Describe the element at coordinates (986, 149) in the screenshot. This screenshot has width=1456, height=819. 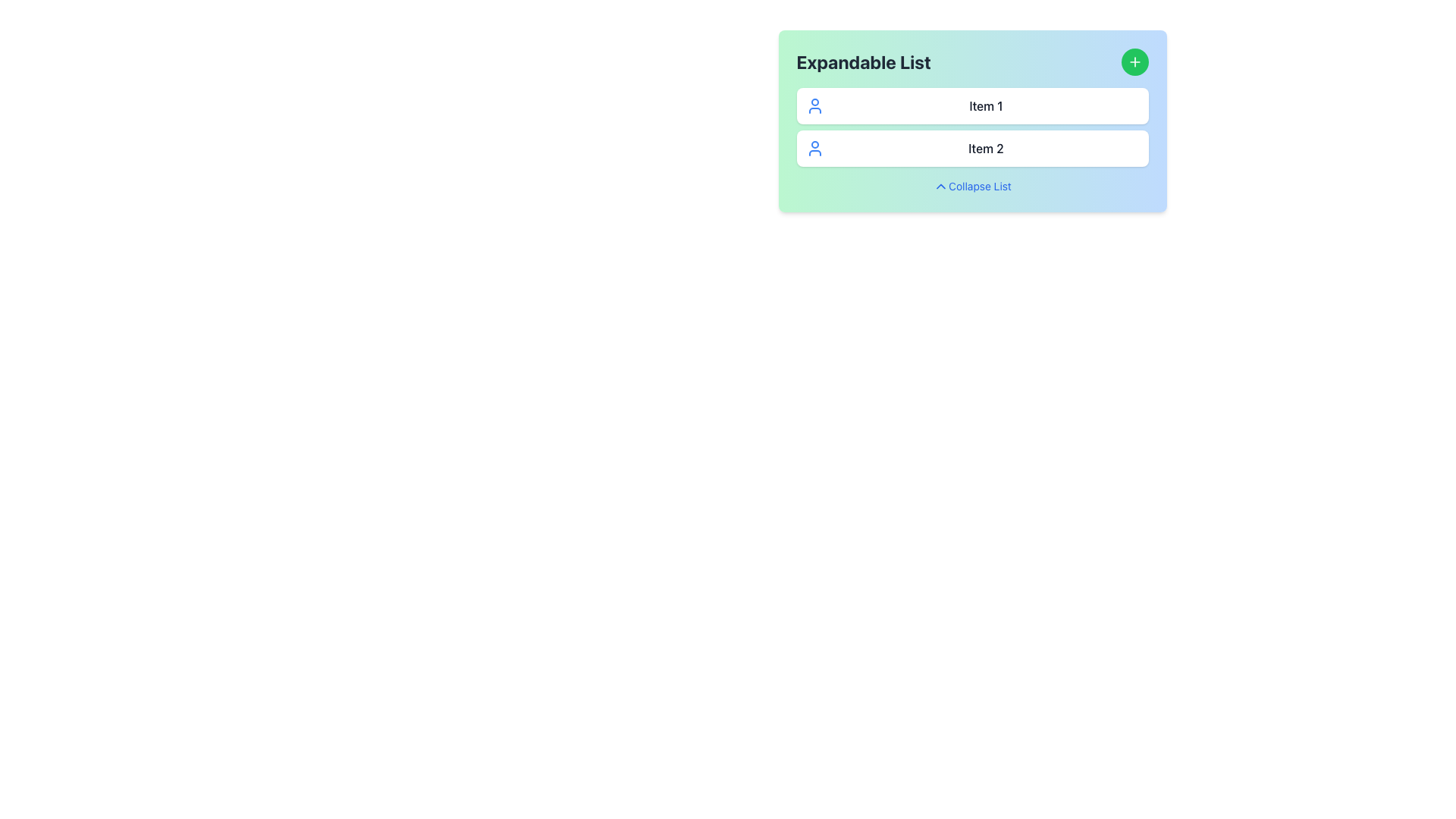
I see `the Text label displaying 'Item 2' in the vertical list layout, positioned below 'Item 1' and to the right of the blue user icon` at that location.